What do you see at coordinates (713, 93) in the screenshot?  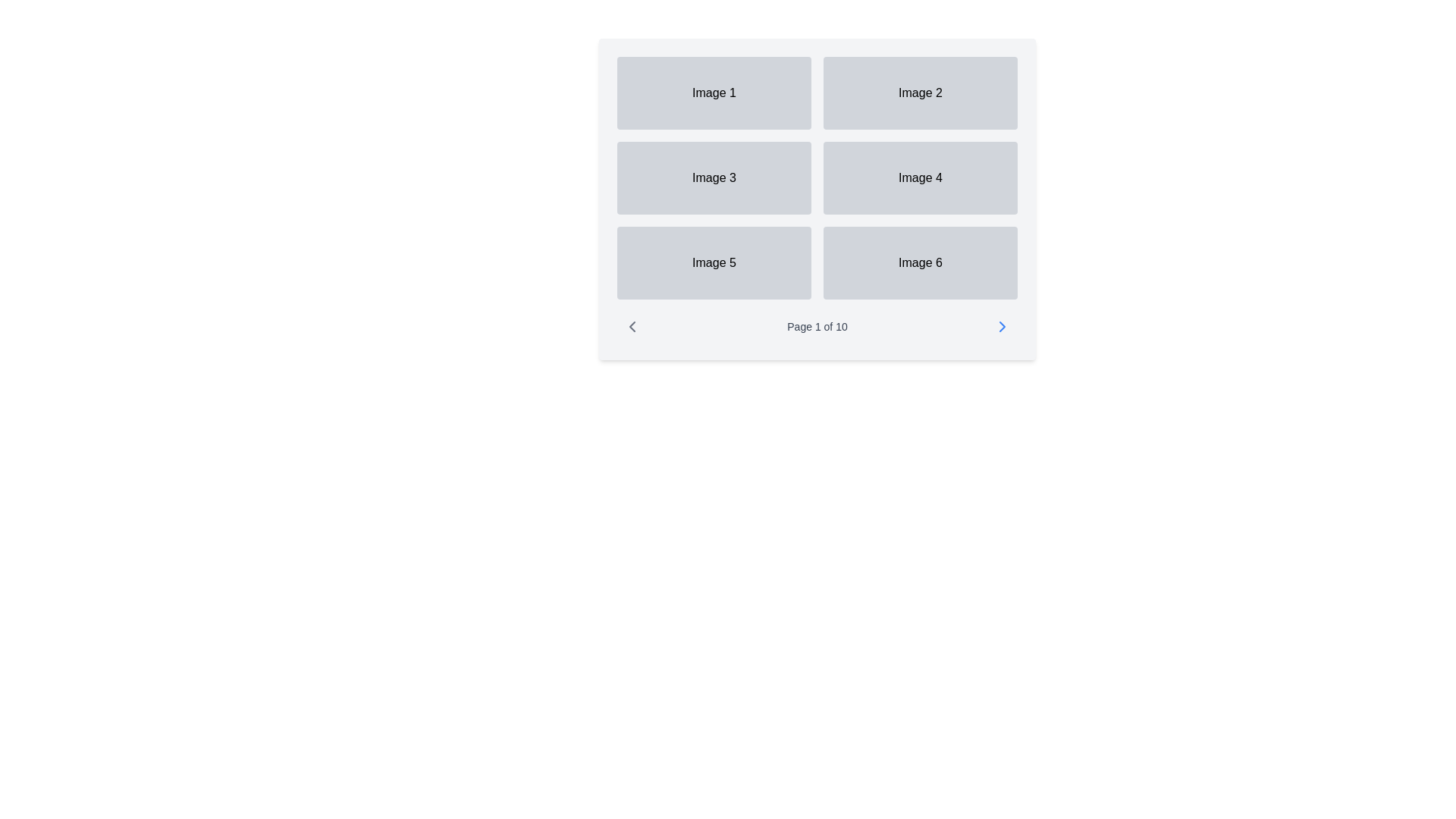 I see `the static visual representation labeled 'Image 1', which is located in the top-left corner of a 2-column grid layout` at bounding box center [713, 93].